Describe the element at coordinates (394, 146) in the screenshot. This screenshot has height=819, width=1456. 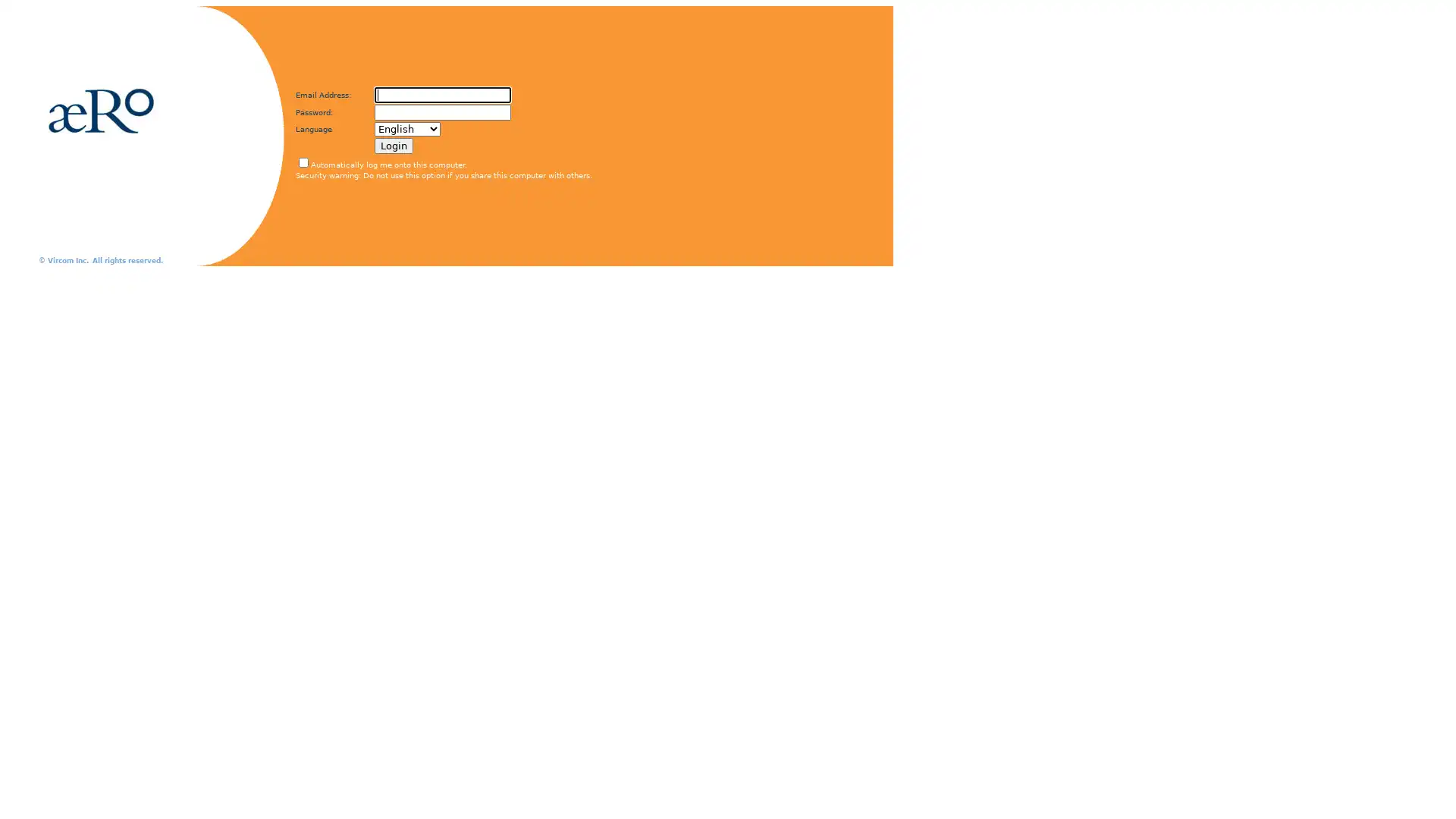
I see `Login` at that location.